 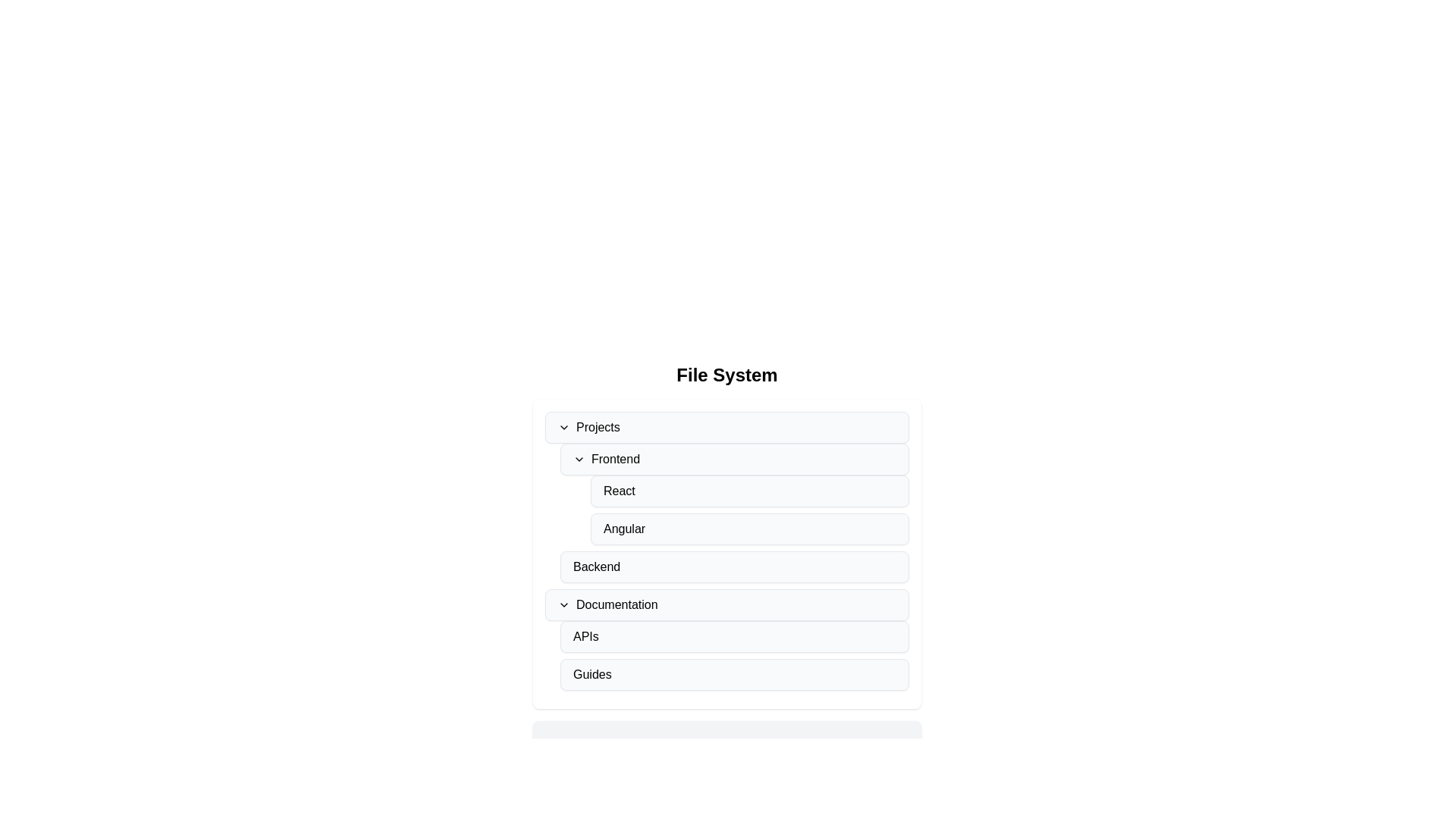 What do you see at coordinates (597, 427) in the screenshot?
I see `the static text label 'Projects', which serves as the title for a collapsible section in the hierarchical menu, positioned below 'File System'` at bounding box center [597, 427].